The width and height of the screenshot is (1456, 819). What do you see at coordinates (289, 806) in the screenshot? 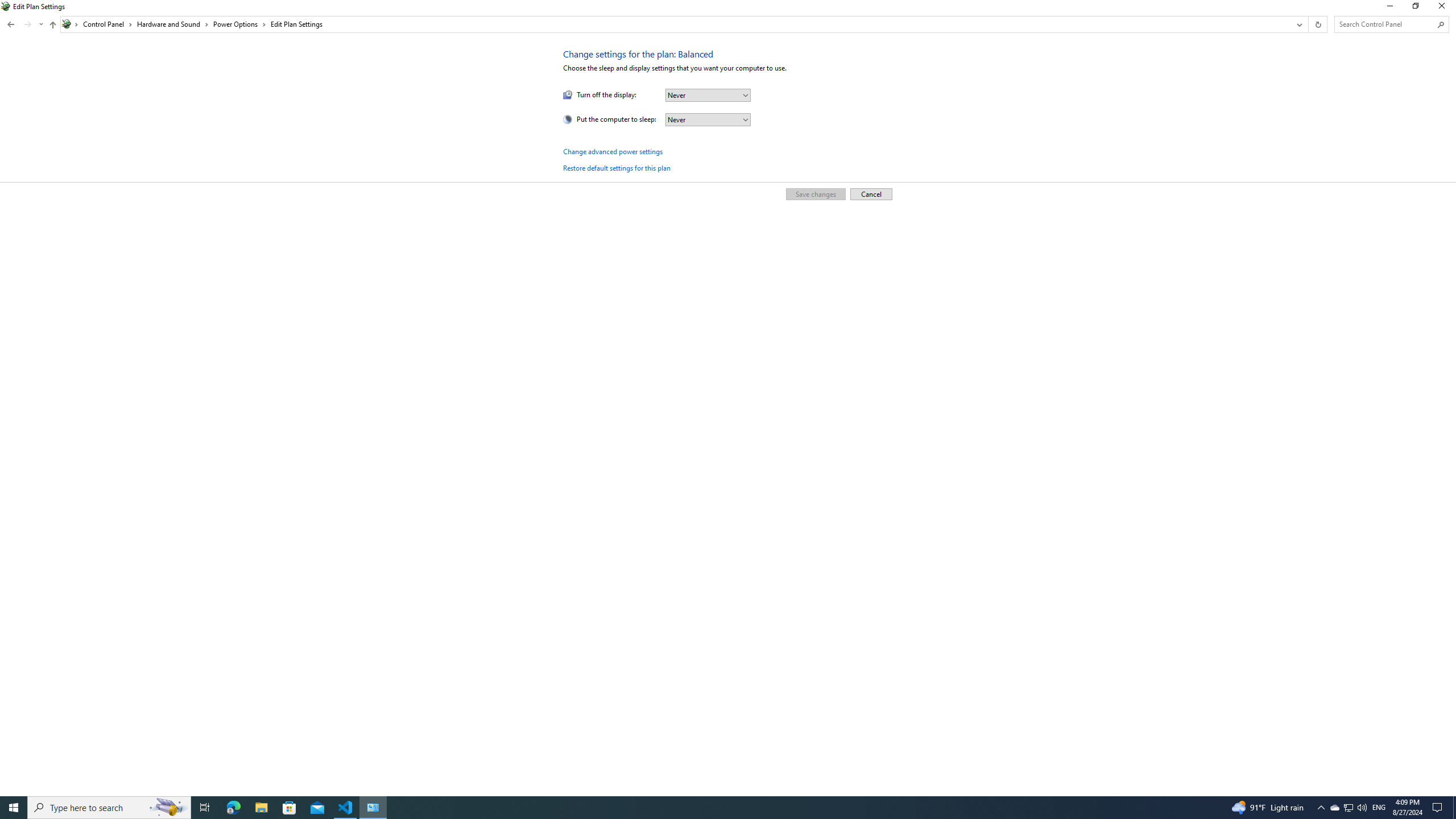
I see `'Microsoft Store'` at bounding box center [289, 806].